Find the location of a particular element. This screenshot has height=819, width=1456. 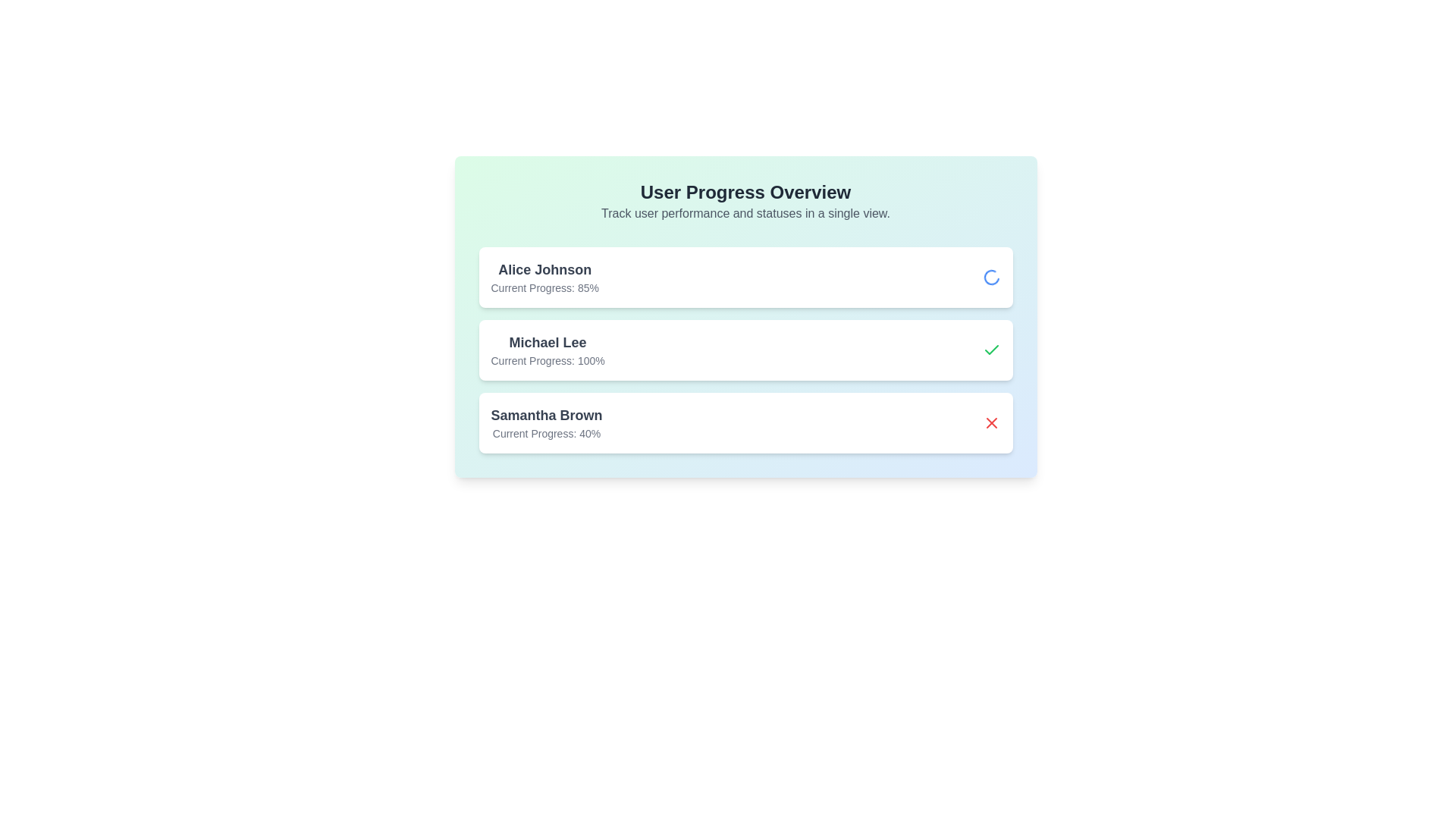

the Header text element, which serves as the title for the section and is located at the top of the content panel is located at coordinates (745, 192).